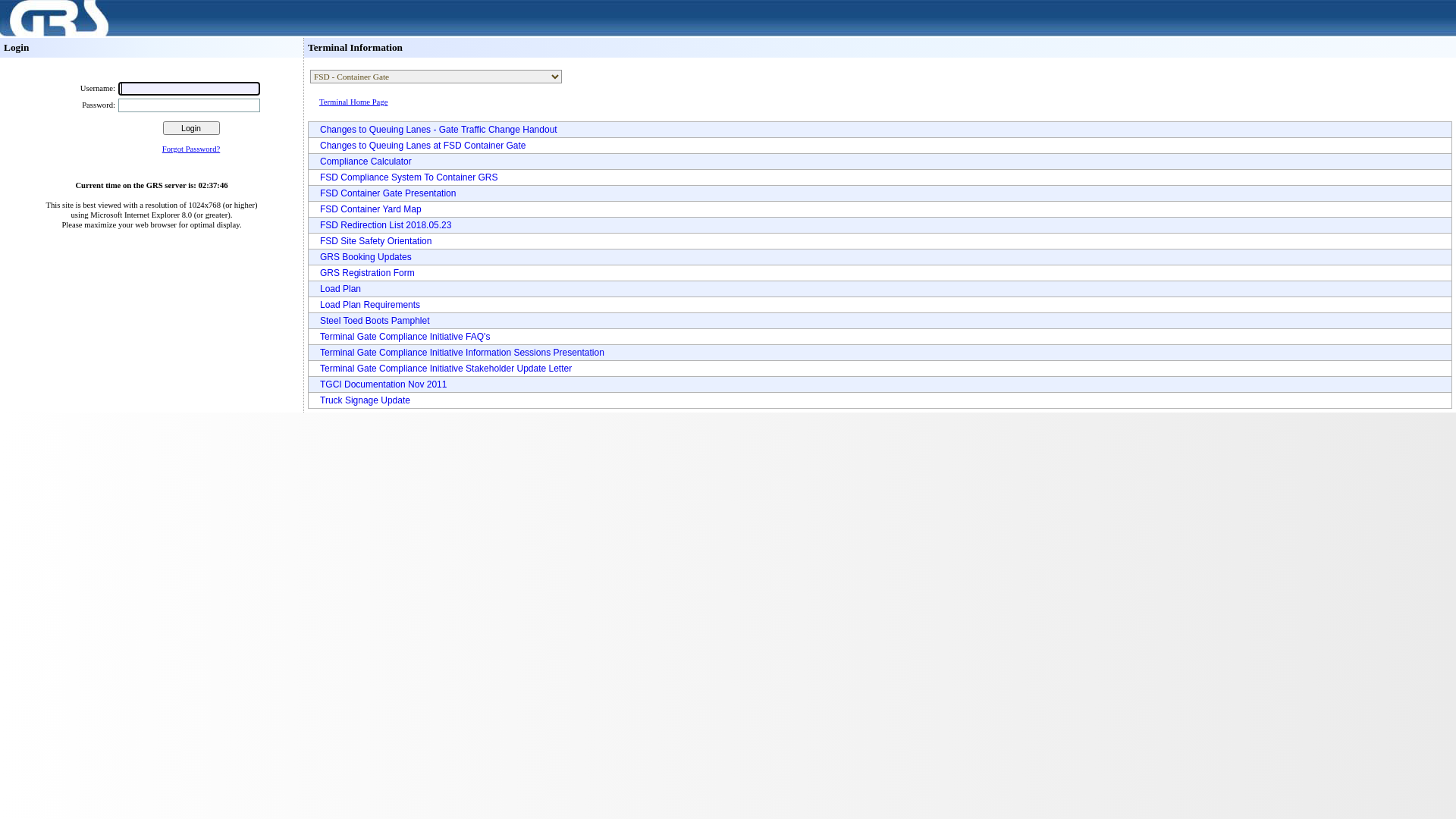  I want to click on 'Truck Signage Update', so click(360, 400).